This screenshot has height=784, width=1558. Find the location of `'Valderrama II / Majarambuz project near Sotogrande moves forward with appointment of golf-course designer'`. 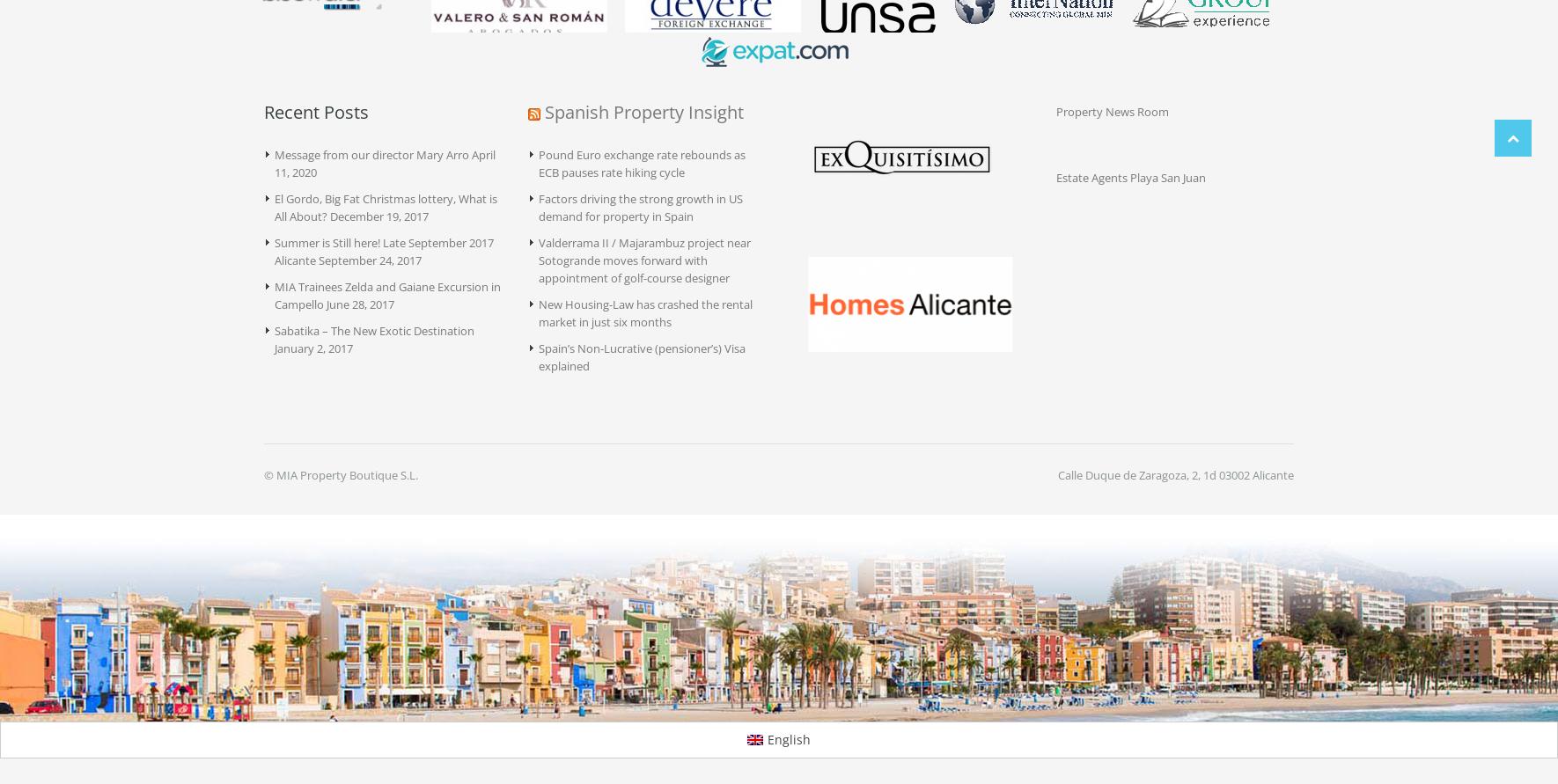

'Valderrama II / Majarambuz project near Sotogrande moves forward with appointment of golf-course designer' is located at coordinates (643, 259).